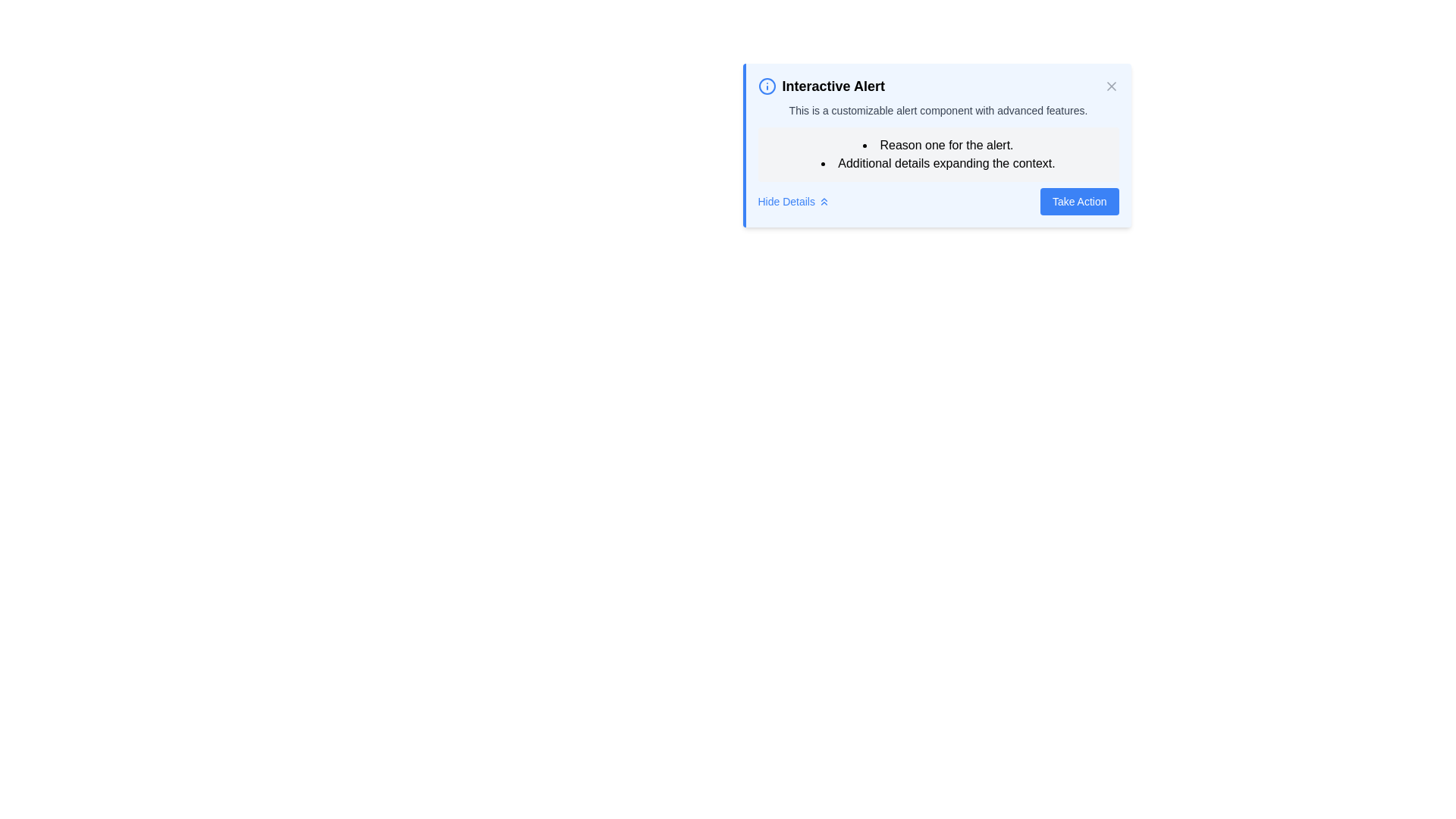 This screenshot has height=819, width=1456. Describe the element at coordinates (937, 146) in the screenshot. I see `text content of the first bulleted list item, which states 'Reason one for the alert.' located in a light blue notification box below the title 'Interactive Alert'` at that location.